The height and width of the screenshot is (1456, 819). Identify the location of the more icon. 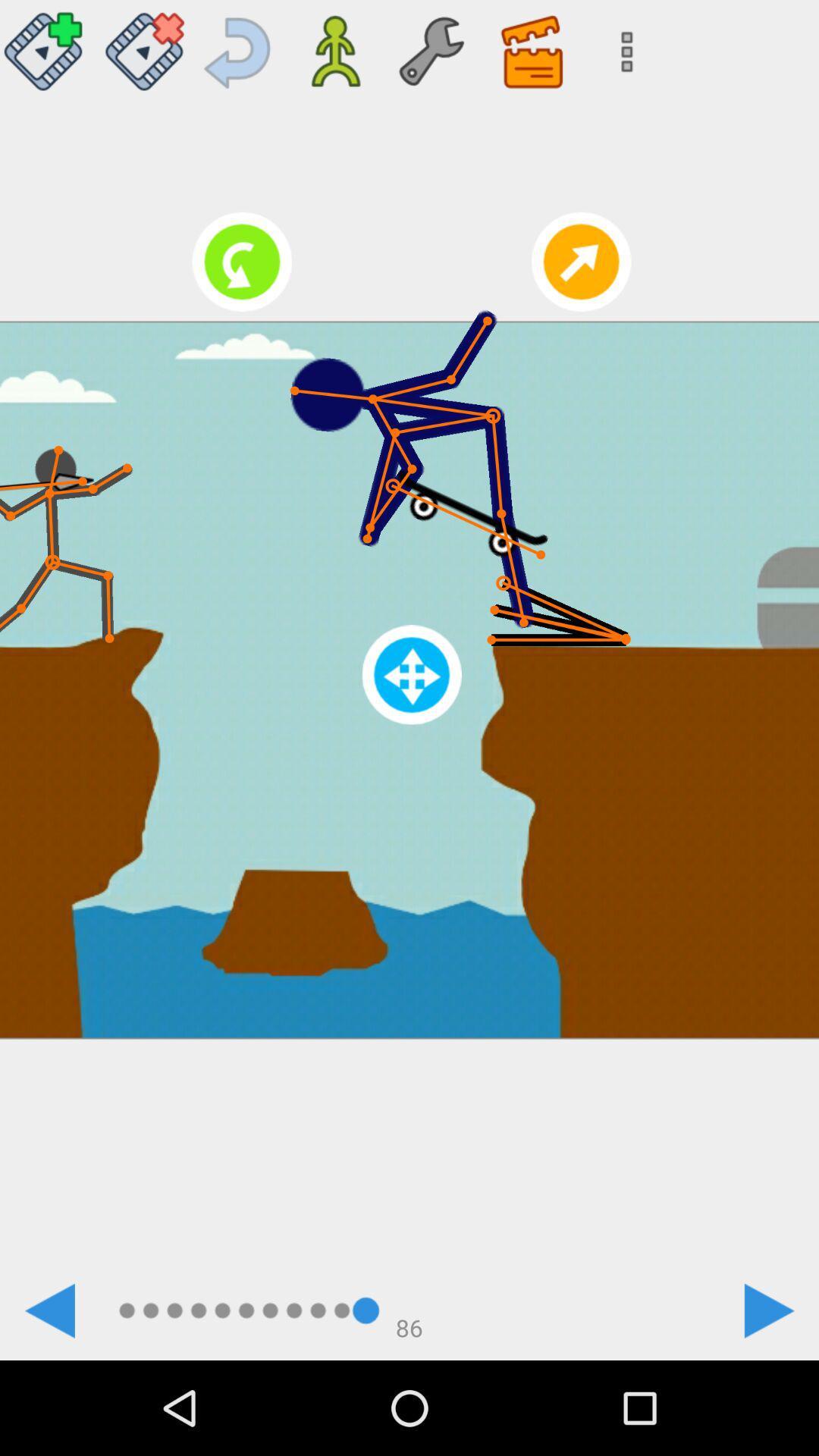
(622, 45).